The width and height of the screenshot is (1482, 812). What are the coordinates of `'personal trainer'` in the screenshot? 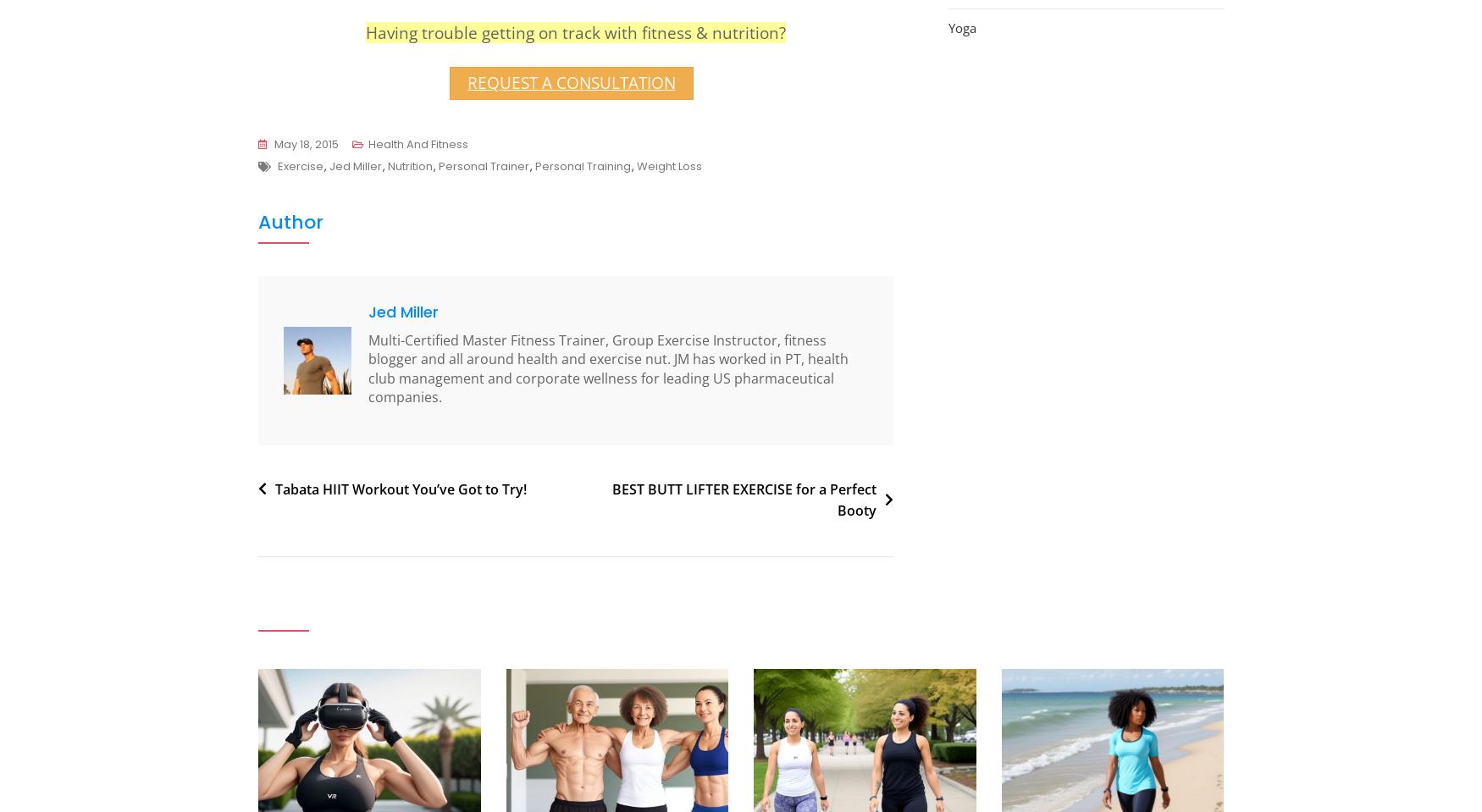 It's located at (484, 164).